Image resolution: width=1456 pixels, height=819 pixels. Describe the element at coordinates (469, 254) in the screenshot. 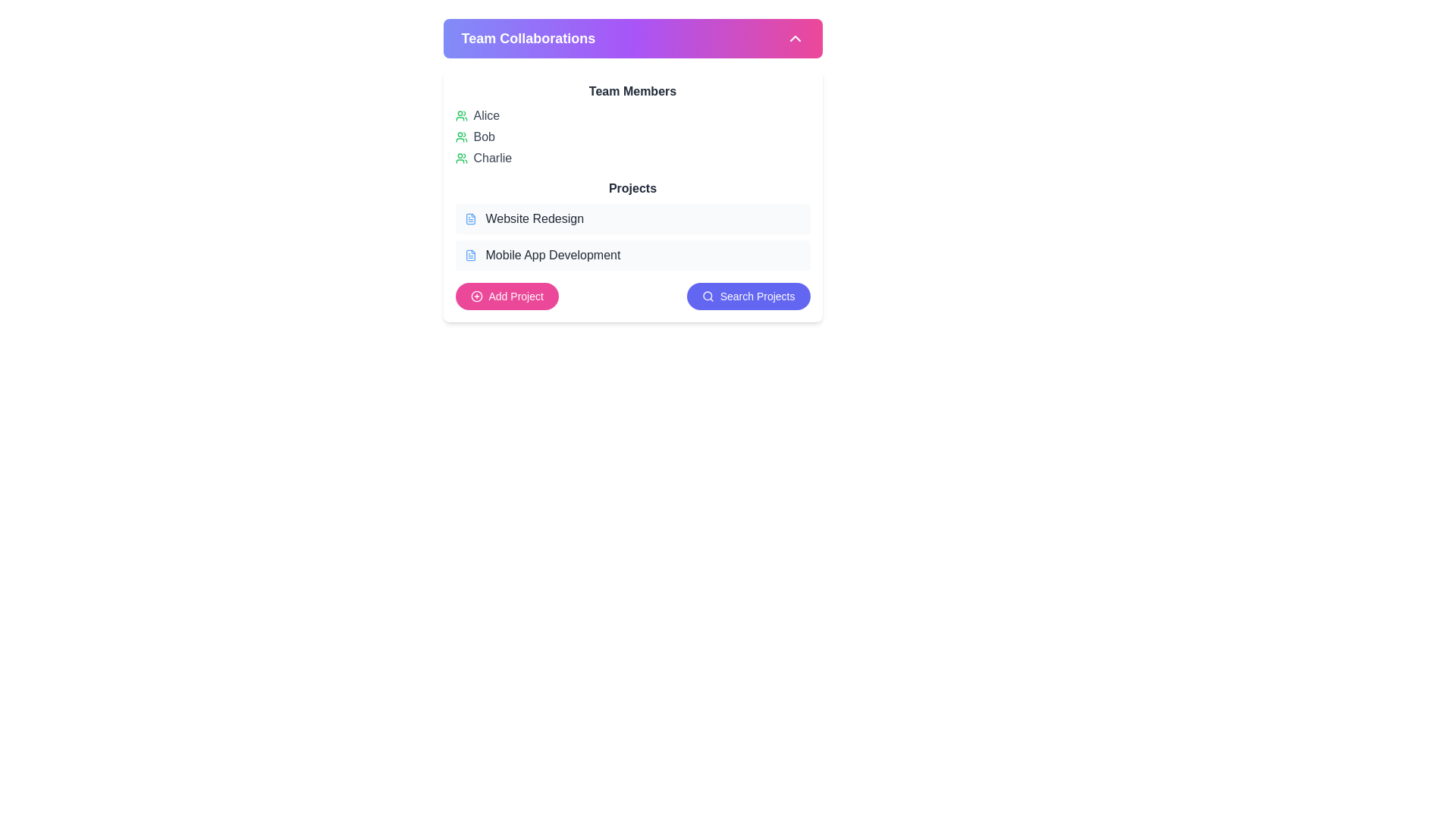

I see `the small blue-colored file icon with lines inside, located to the left of the 'Mobile App Development' label in the 'Projects' section of the 'Team Collaborations' interface card` at that location.